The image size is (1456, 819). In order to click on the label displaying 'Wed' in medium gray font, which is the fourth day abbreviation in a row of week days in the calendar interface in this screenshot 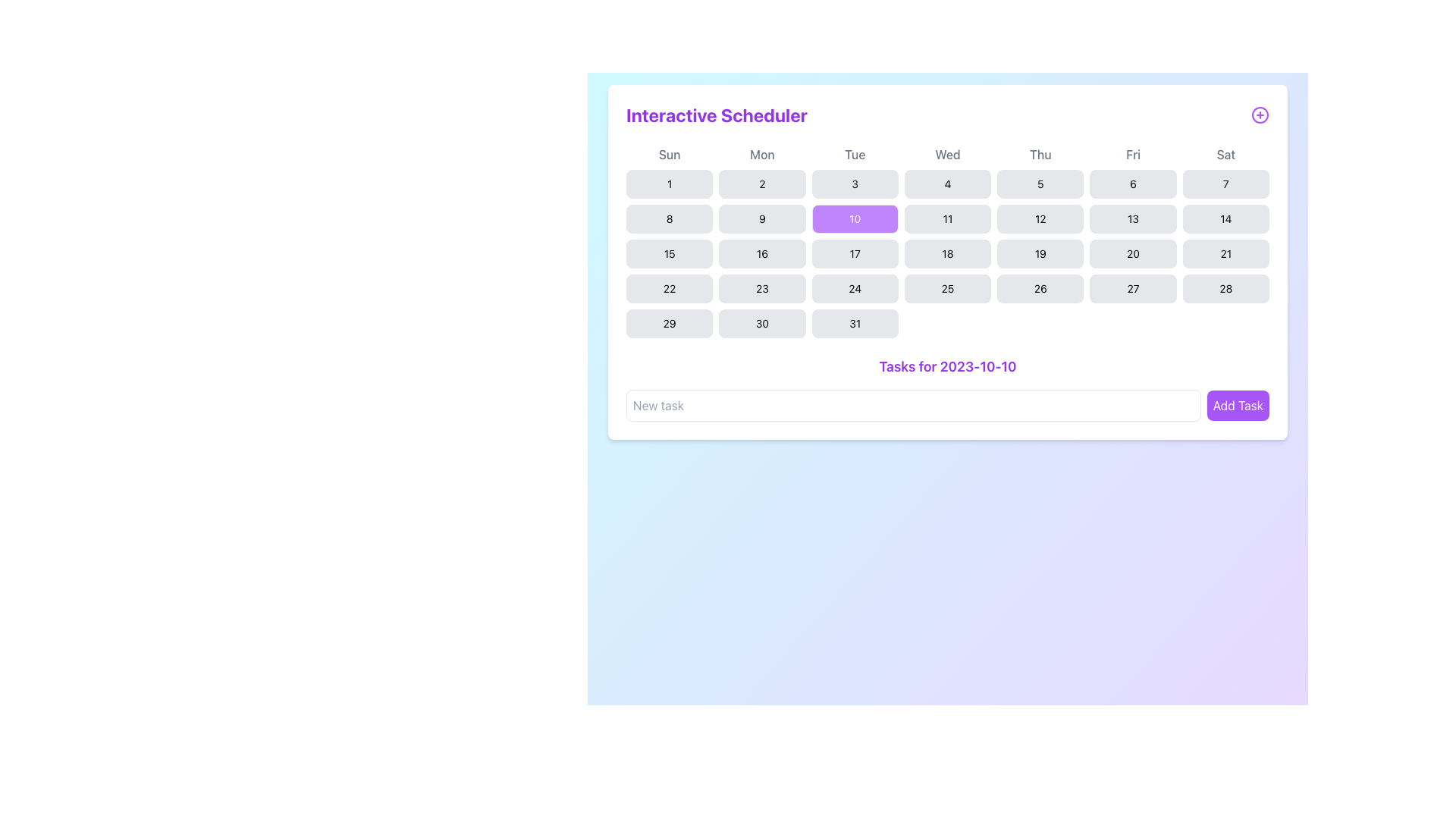, I will do `click(946, 155)`.